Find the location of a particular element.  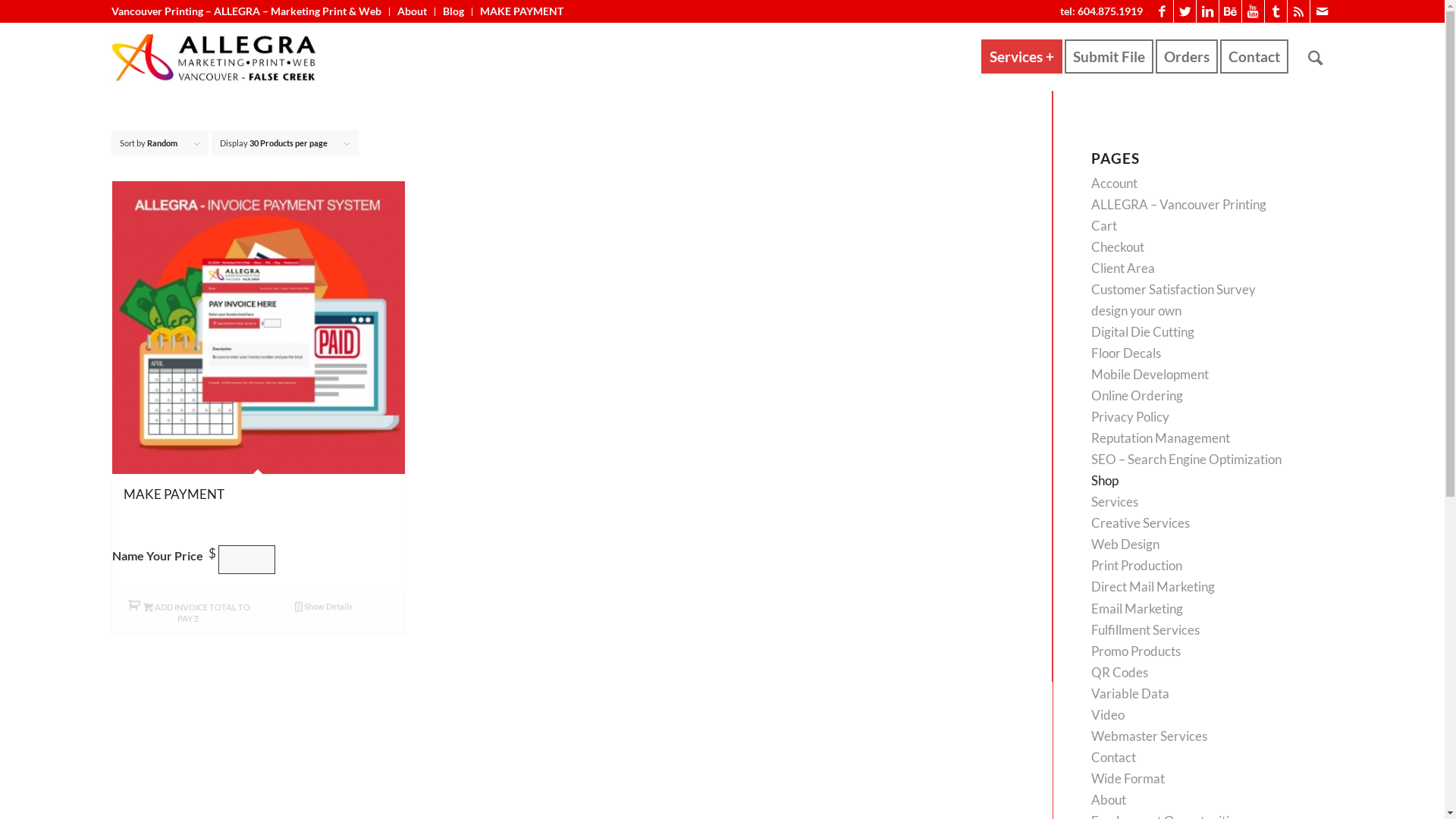

'Client Area' is located at coordinates (1123, 267).